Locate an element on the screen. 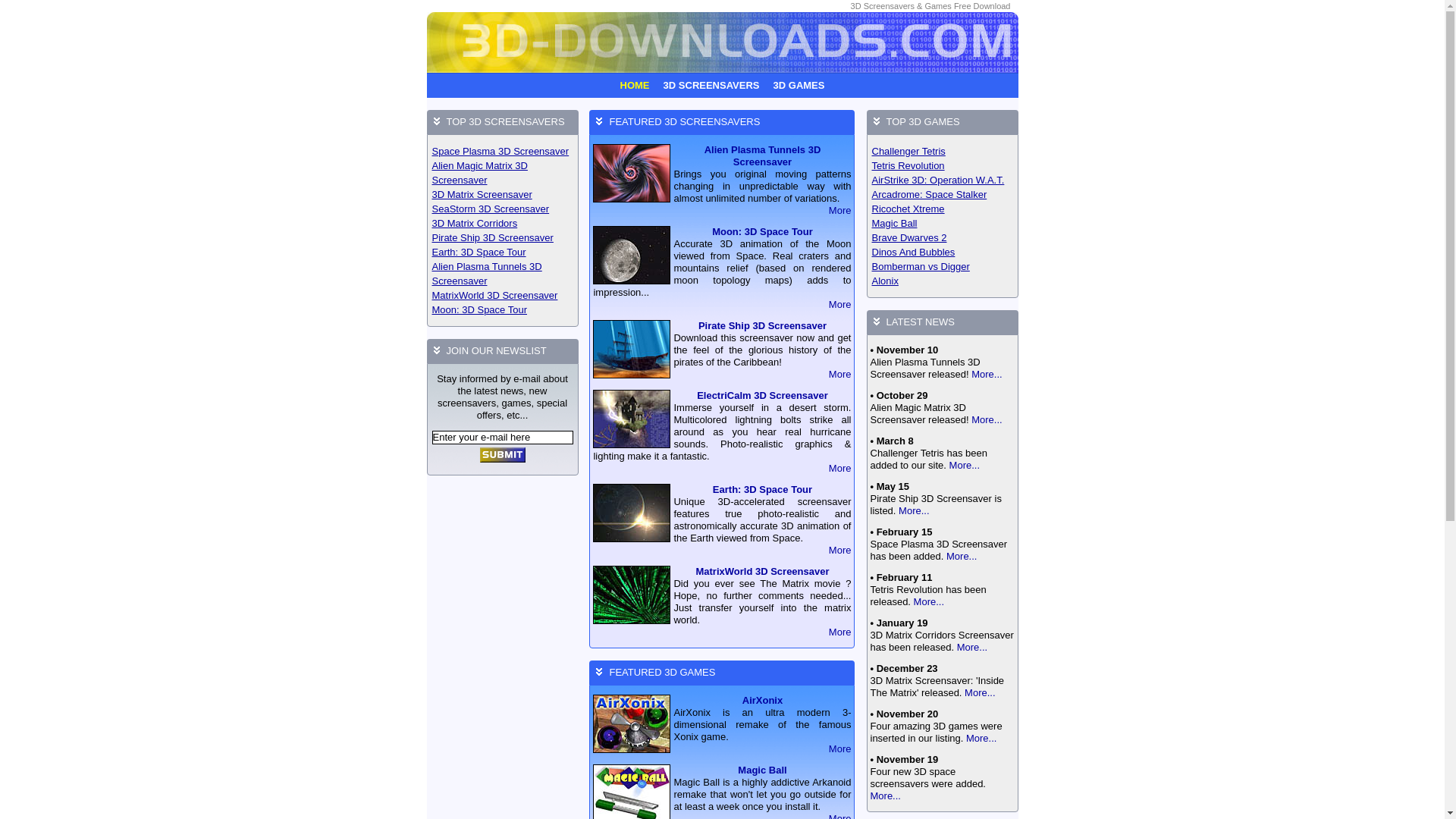 This screenshot has height=819, width=1456. '3D Matrix Corridors' is located at coordinates (503, 223).